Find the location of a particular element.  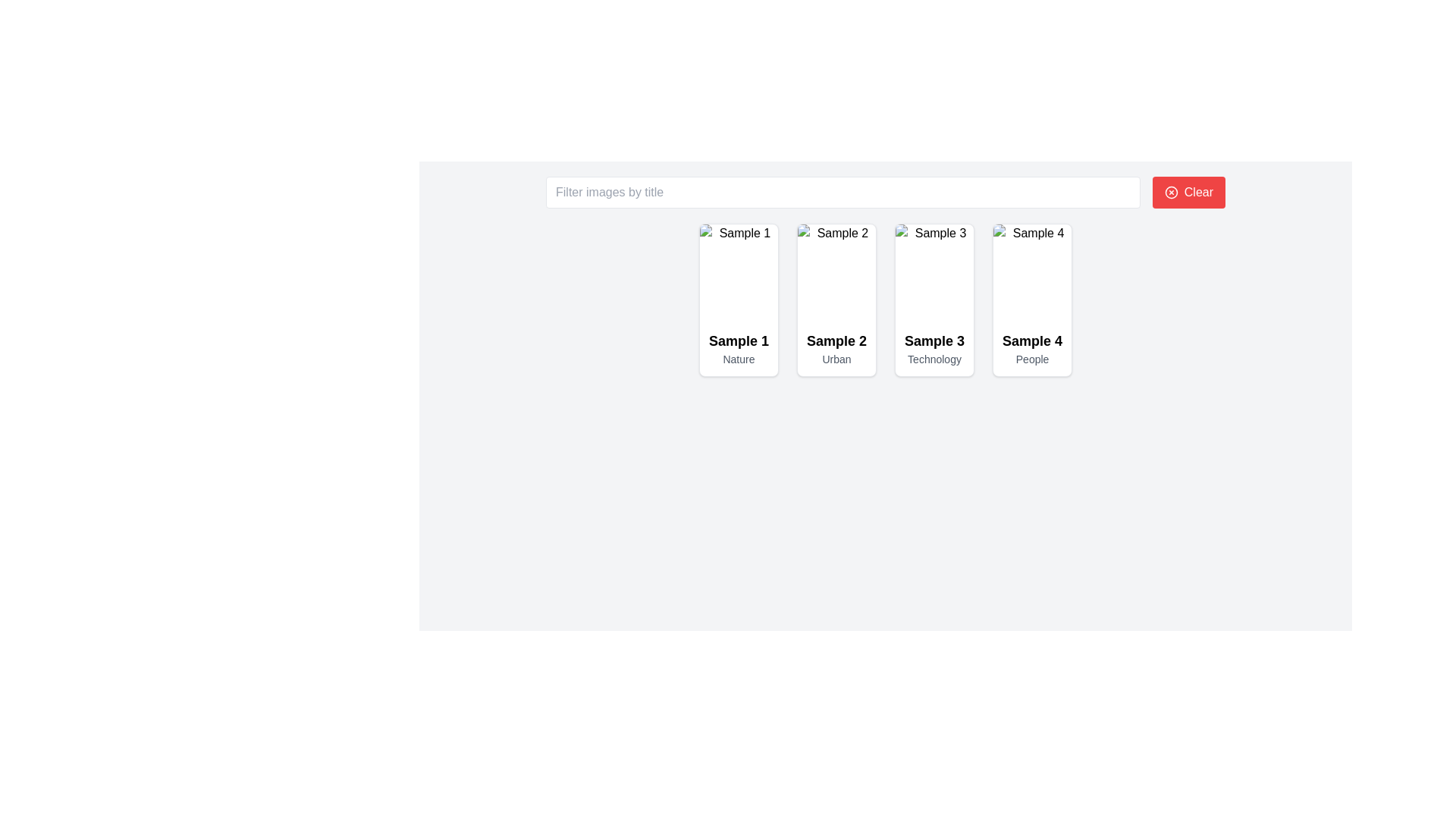

the image component within the second card of the grid, which visually represents 'Sample 2' and is positioned above the textual descriptions is located at coordinates (836, 271).